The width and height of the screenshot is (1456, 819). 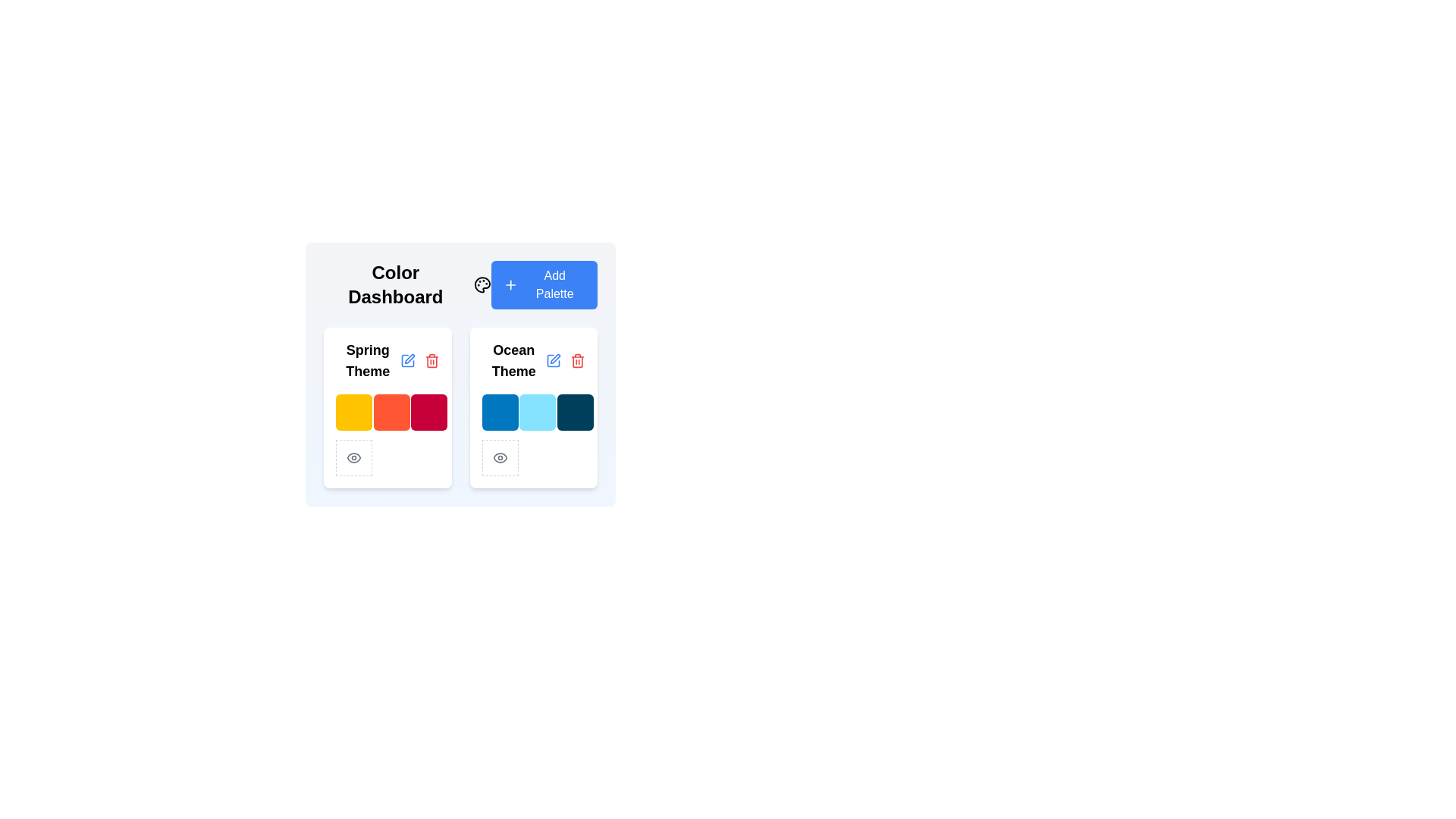 What do you see at coordinates (460, 284) in the screenshot?
I see `palette icon located within the 'Color Dashboard' section, which serves as the header for managing color palettes` at bounding box center [460, 284].